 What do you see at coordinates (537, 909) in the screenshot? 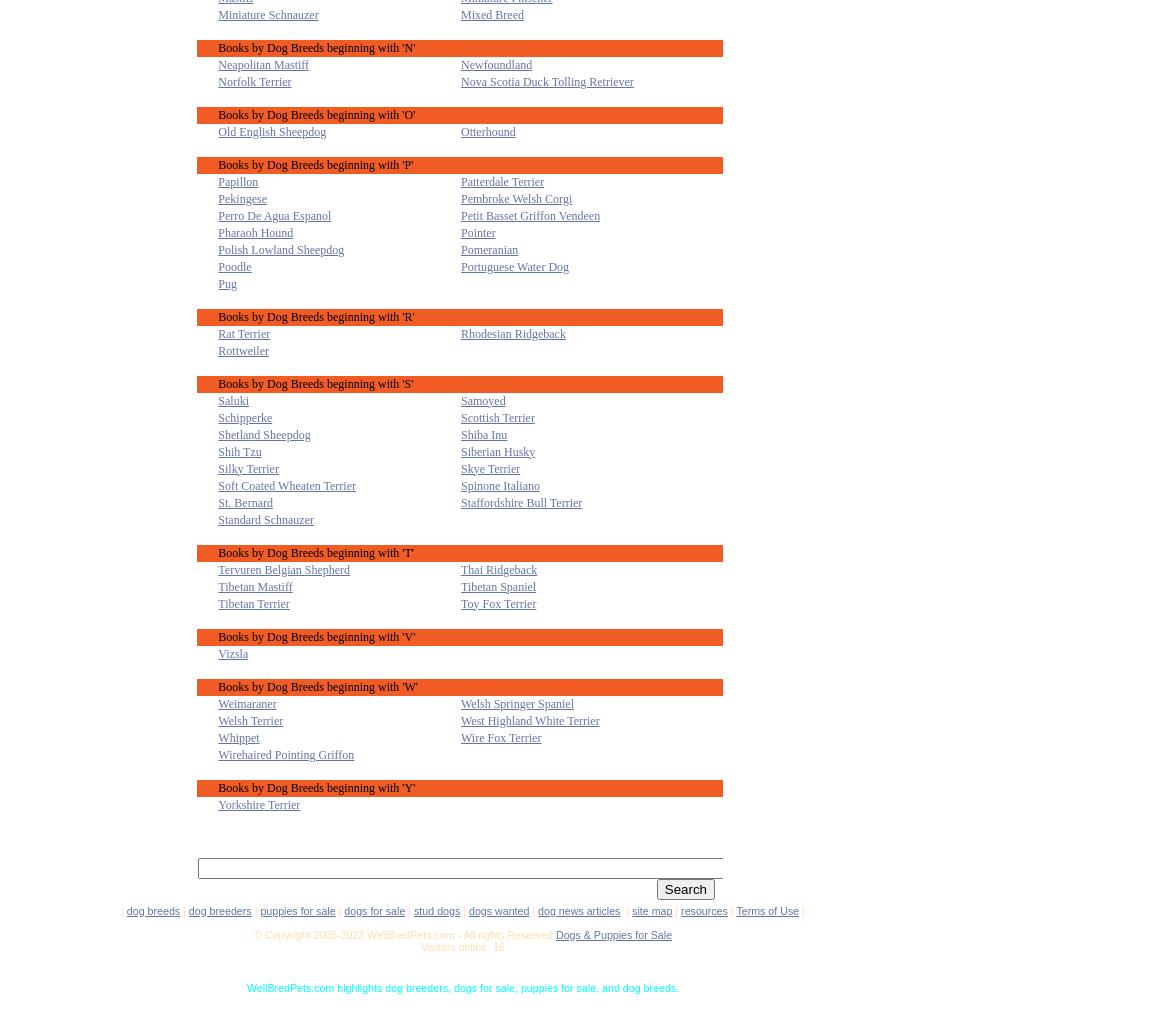
I see `'dog news articles'` at bounding box center [537, 909].